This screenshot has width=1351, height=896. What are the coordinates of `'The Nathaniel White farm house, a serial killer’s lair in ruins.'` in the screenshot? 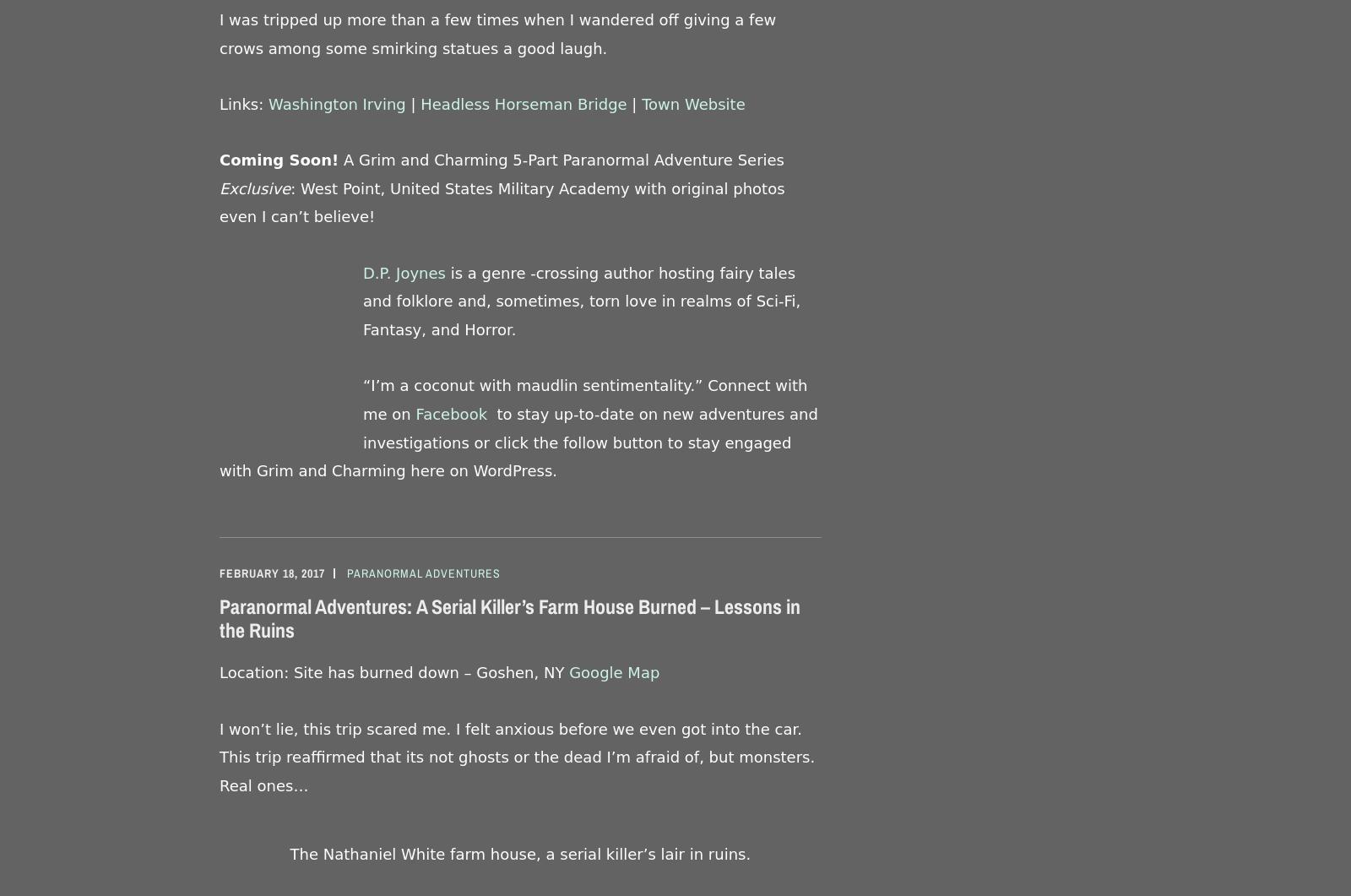 It's located at (520, 852).